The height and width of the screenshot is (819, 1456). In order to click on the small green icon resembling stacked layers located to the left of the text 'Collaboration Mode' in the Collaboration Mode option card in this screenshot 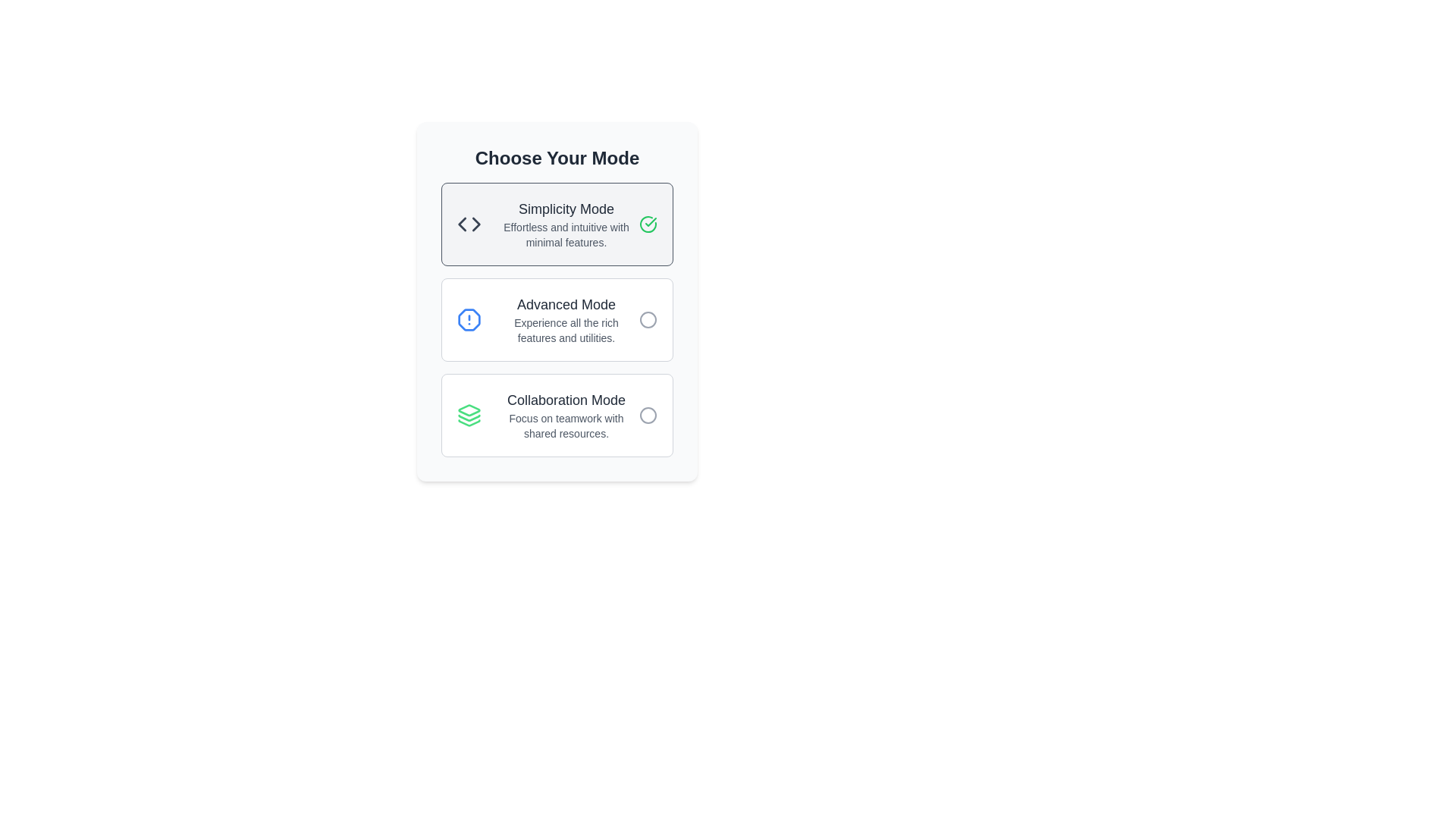, I will do `click(469, 415)`.